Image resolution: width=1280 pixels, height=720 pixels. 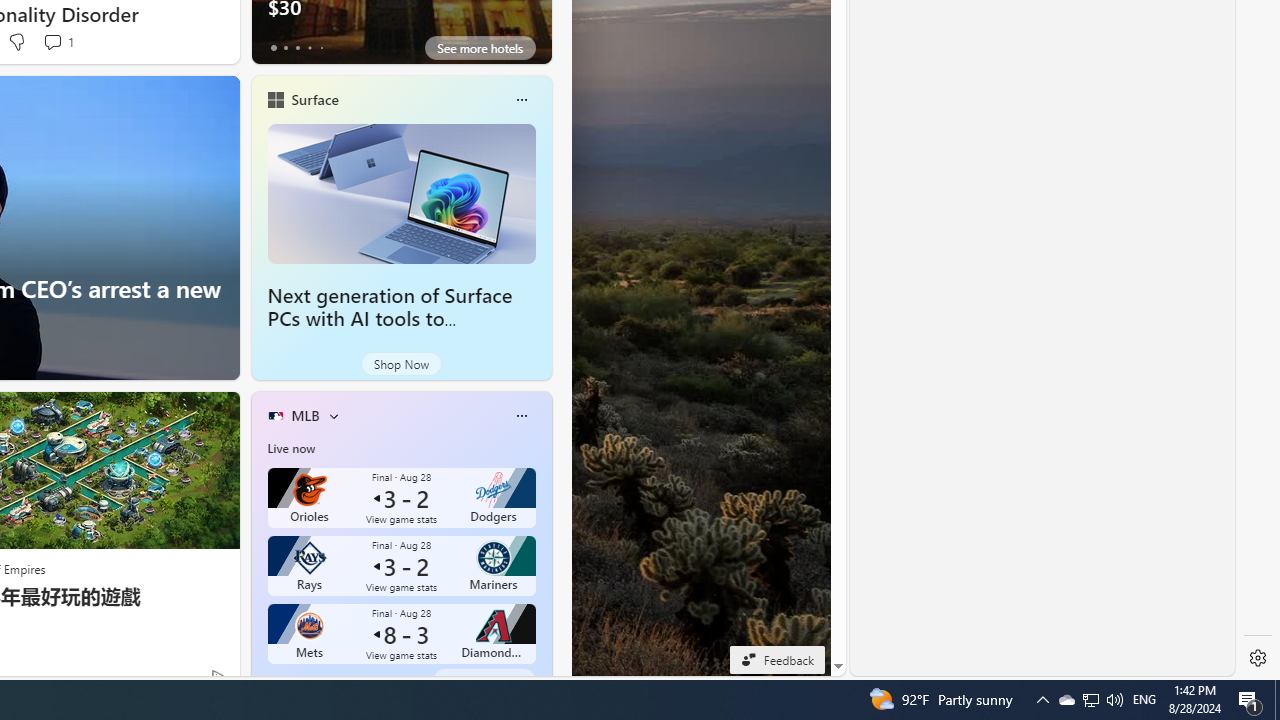 What do you see at coordinates (400, 363) in the screenshot?
I see `'Shop Now'` at bounding box center [400, 363].